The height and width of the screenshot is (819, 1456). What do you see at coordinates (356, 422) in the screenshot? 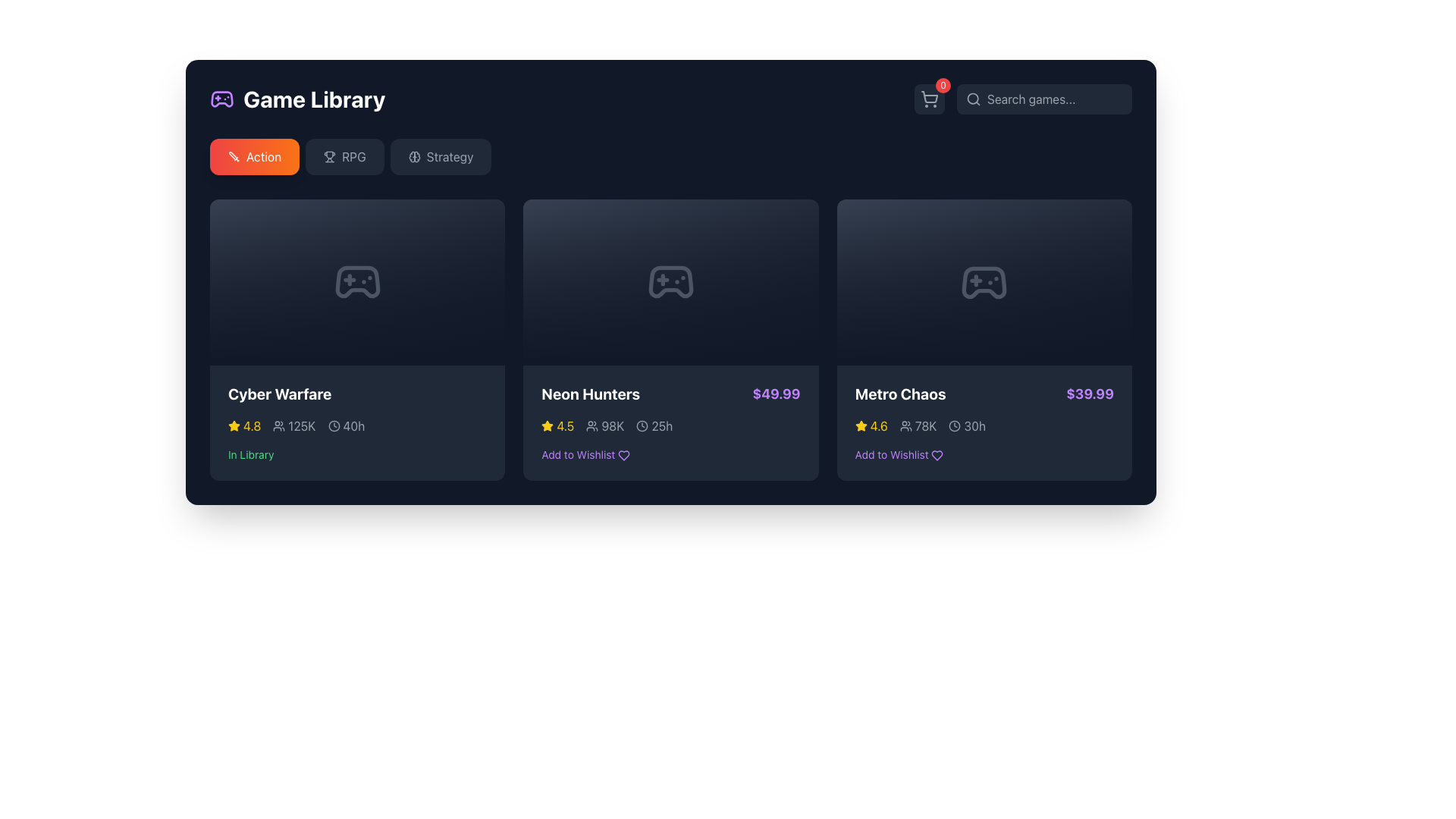
I see `the Information card displaying details for the game 'Cyber Warfare', which includes a rating of 4.8, 125K play counts, a duration of 40 hours, and a status of 'In Library'` at bounding box center [356, 422].